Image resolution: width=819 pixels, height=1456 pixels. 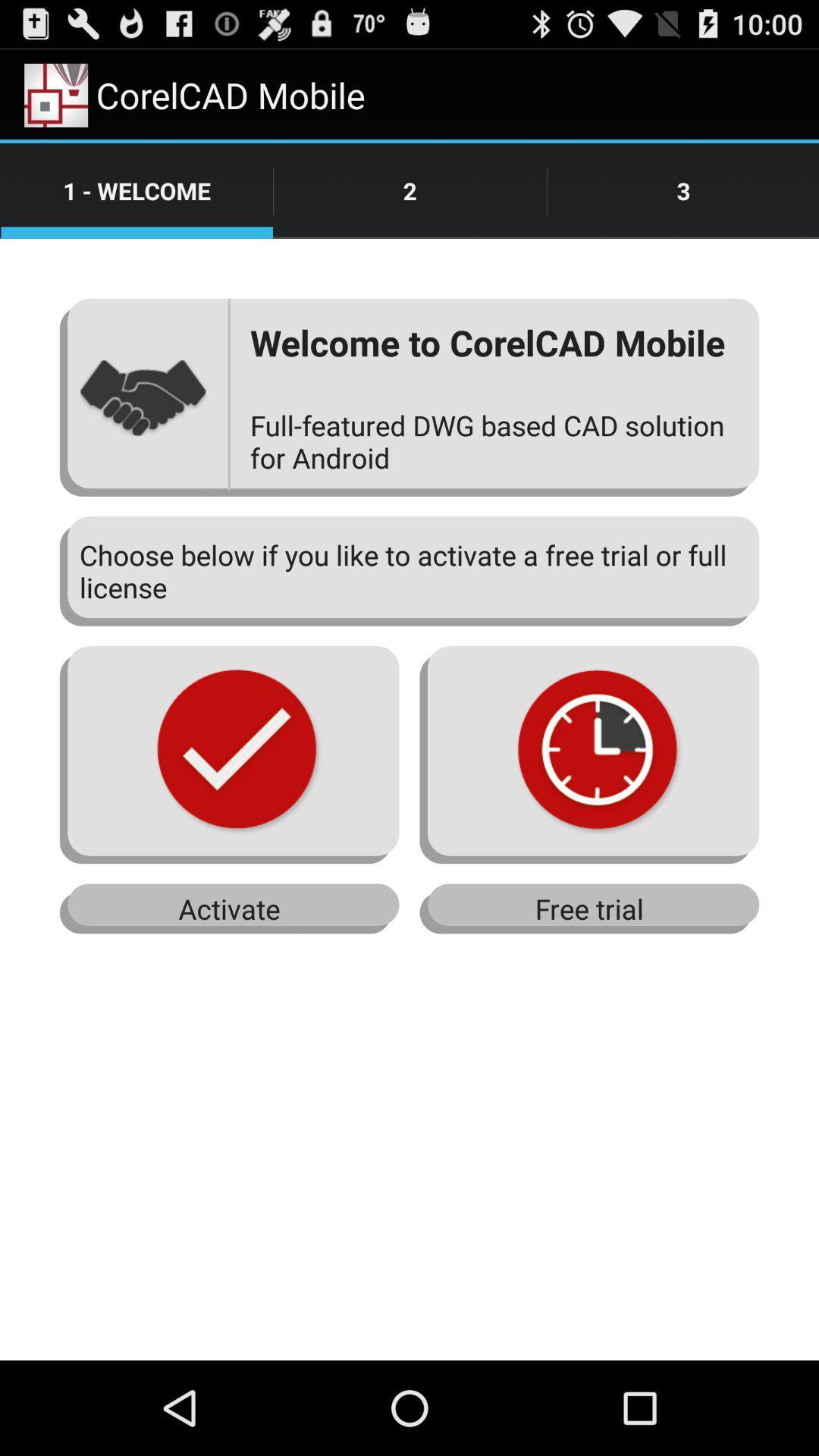 I want to click on the button beside activate, so click(x=588, y=909).